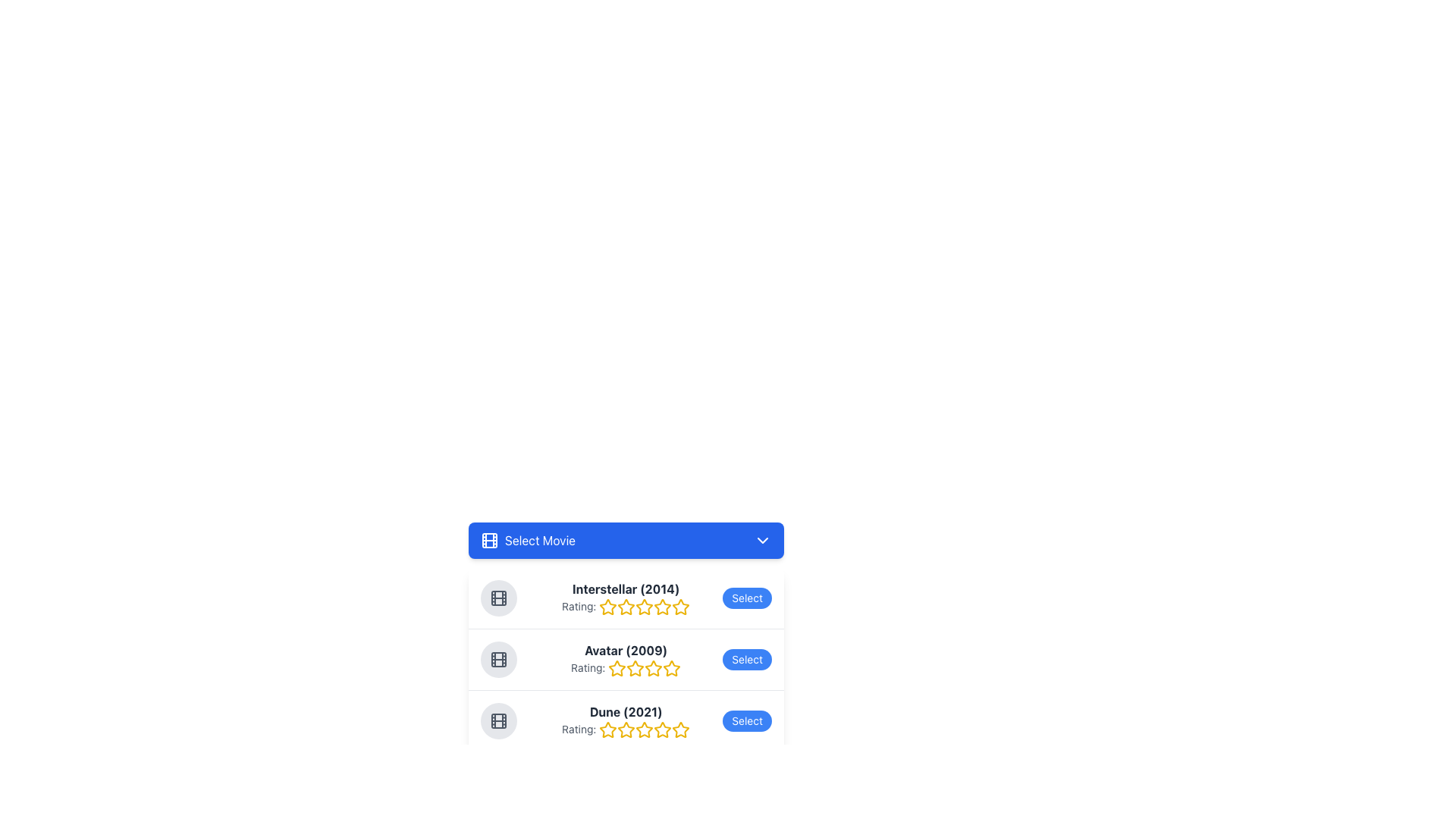 The image size is (1456, 819). What do you see at coordinates (626, 658) in the screenshot?
I see `the 'Avatar (2009)' movie list item` at bounding box center [626, 658].